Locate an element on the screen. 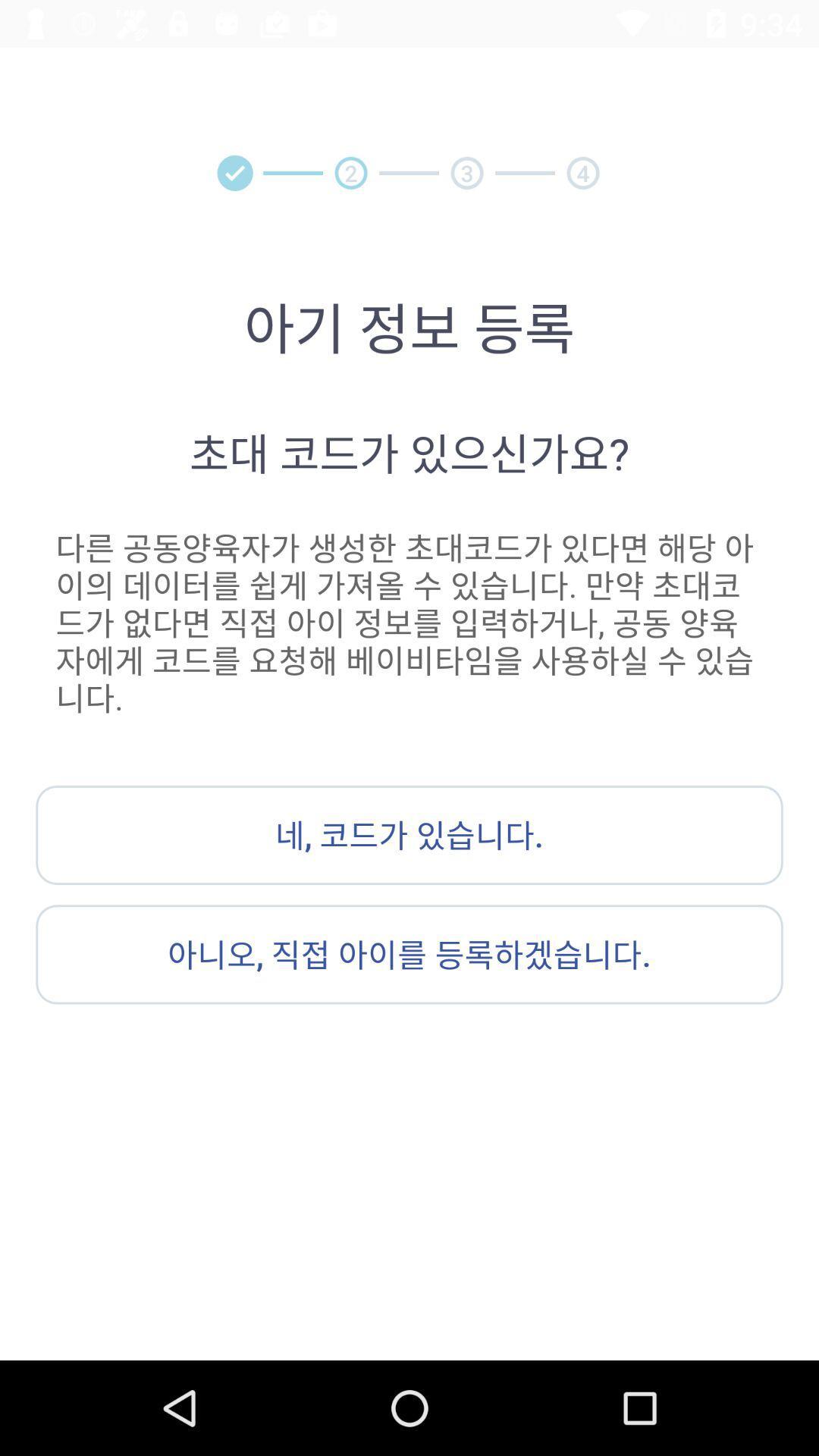 The image size is (819, 1456). 4 item is located at coordinates (582, 173).